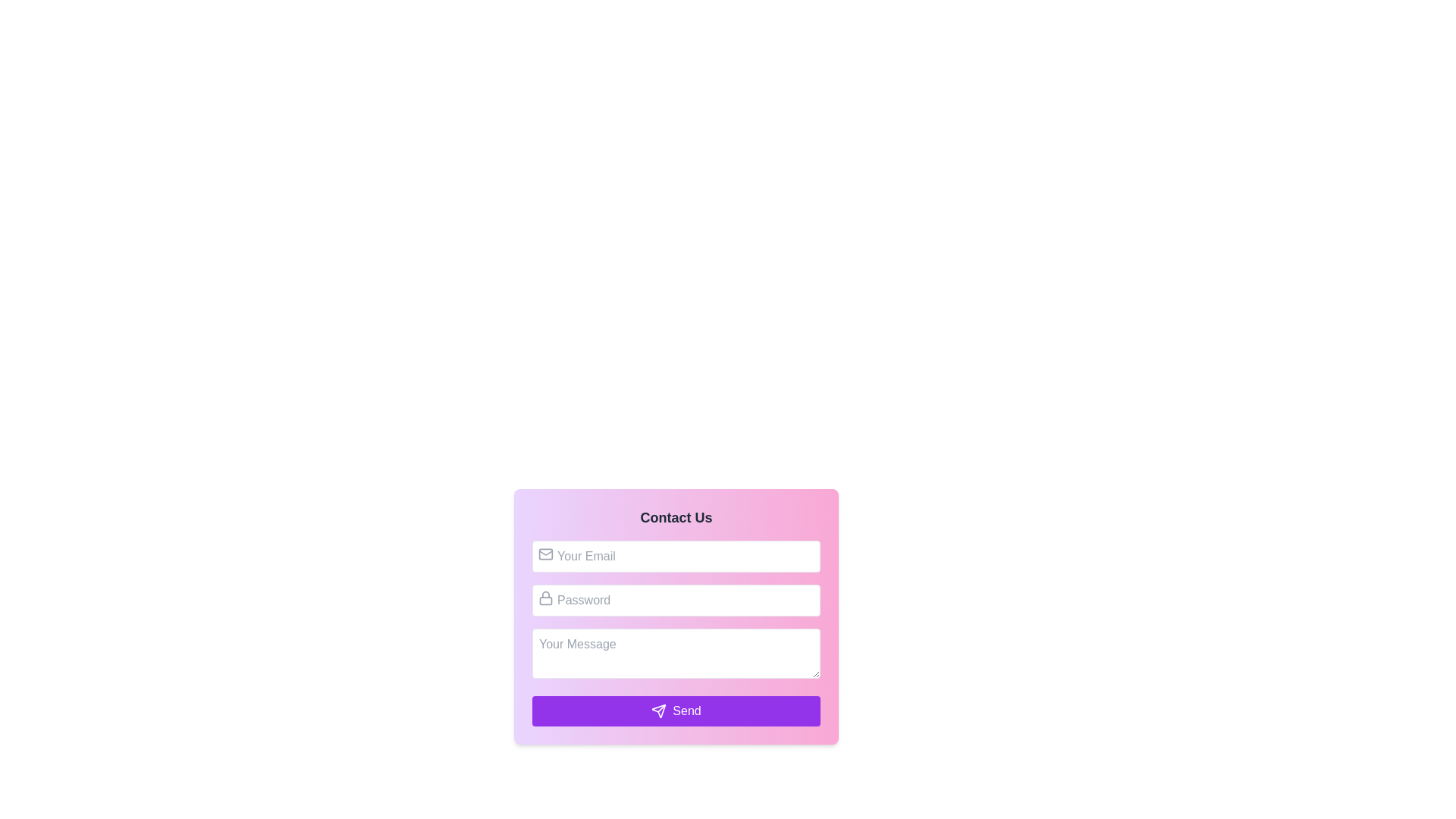  What do you see at coordinates (676, 711) in the screenshot?
I see `the rectangular purple 'Send' button with rounded corners located at the bottom of the 'Contact Us' form` at bounding box center [676, 711].